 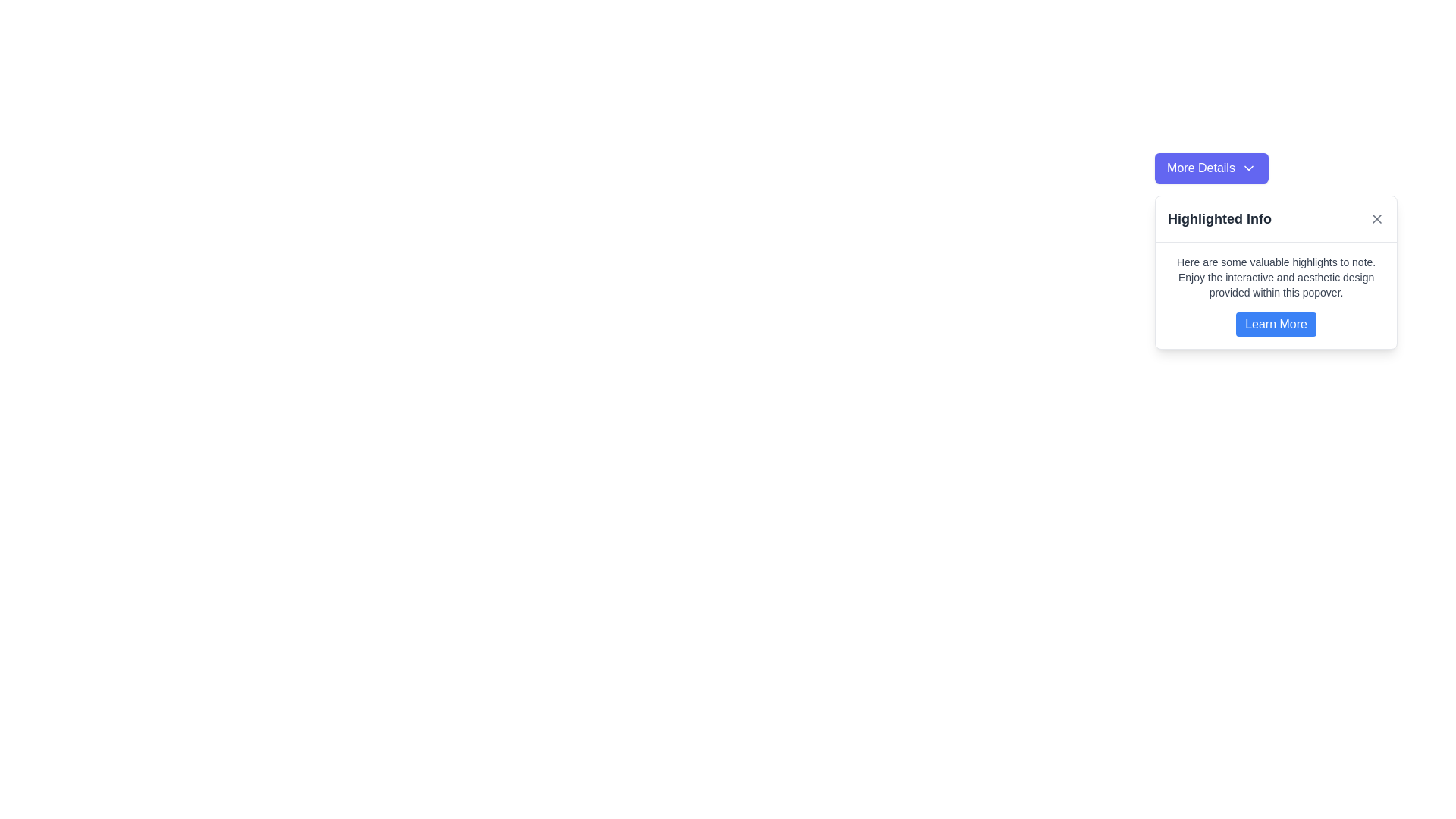 I want to click on the call-to-action button located near the bottom center of the 'Highlighted Info' popover, so click(x=1276, y=324).